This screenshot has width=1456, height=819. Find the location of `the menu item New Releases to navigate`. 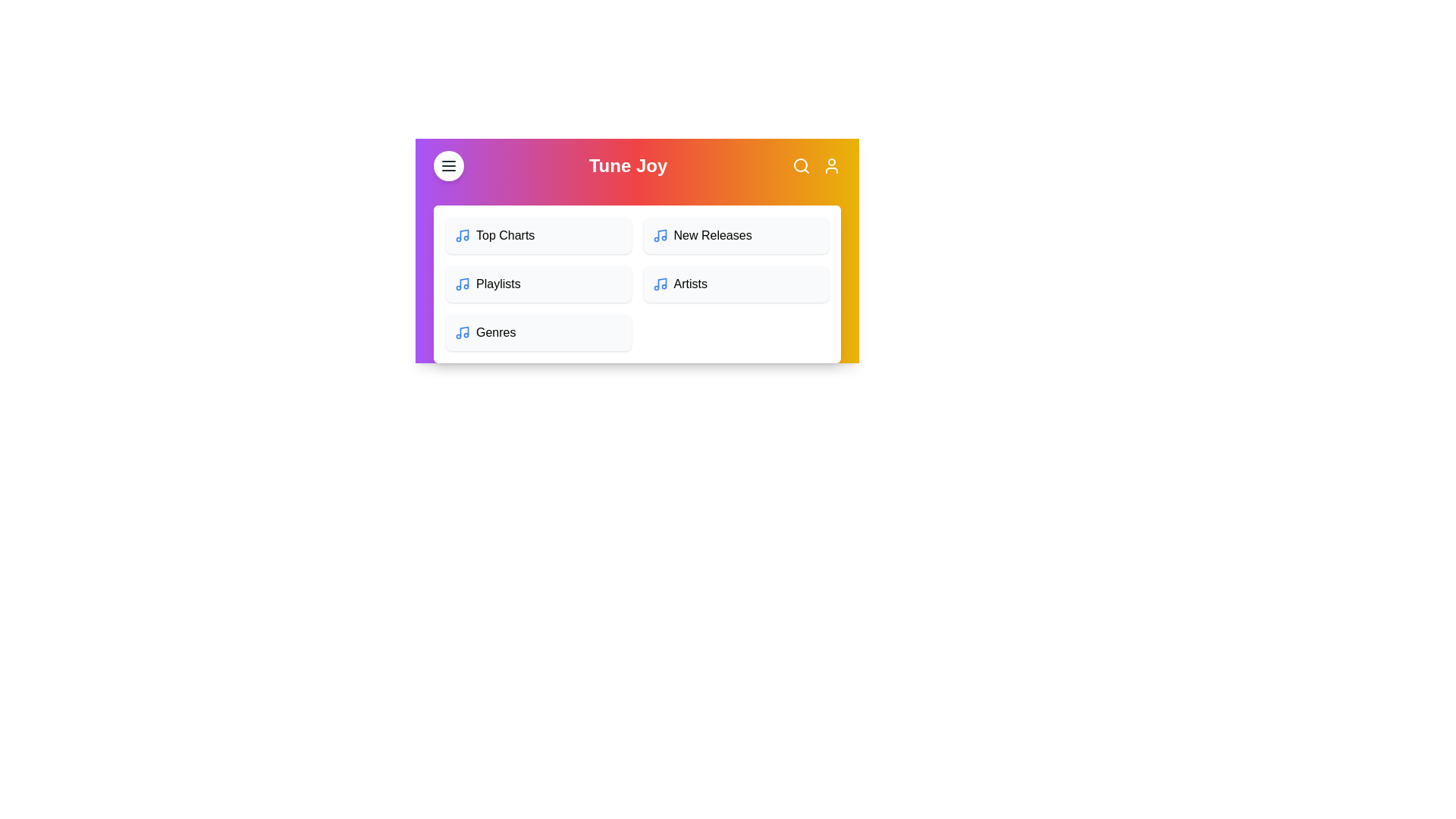

the menu item New Releases to navigate is located at coordinates (736, 236).